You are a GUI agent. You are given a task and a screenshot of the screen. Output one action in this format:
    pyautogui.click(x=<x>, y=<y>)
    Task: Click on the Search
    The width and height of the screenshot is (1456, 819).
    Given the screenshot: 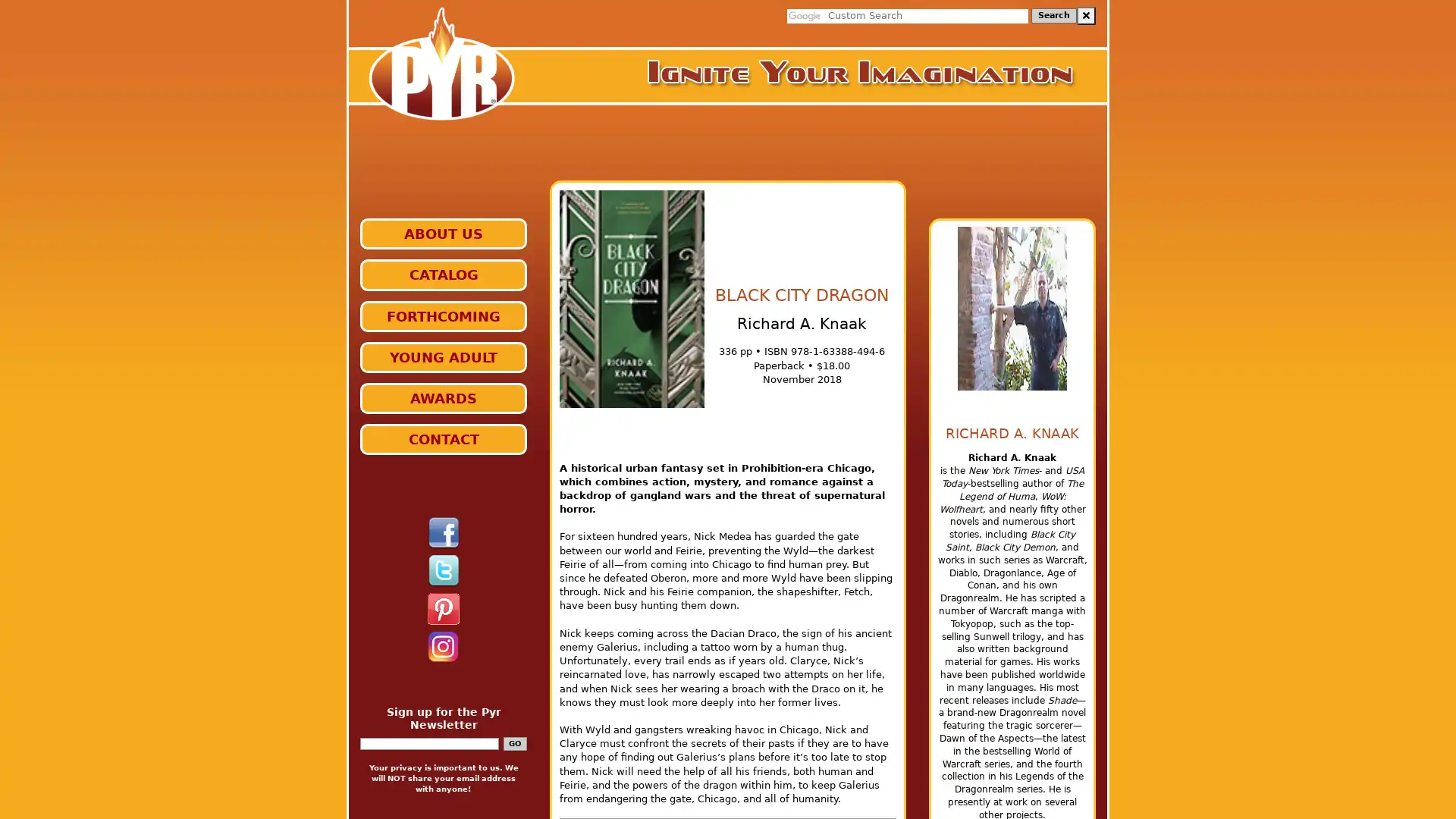 What is the action you would take?
    pyautogui.click(x=1053, y=15)
    